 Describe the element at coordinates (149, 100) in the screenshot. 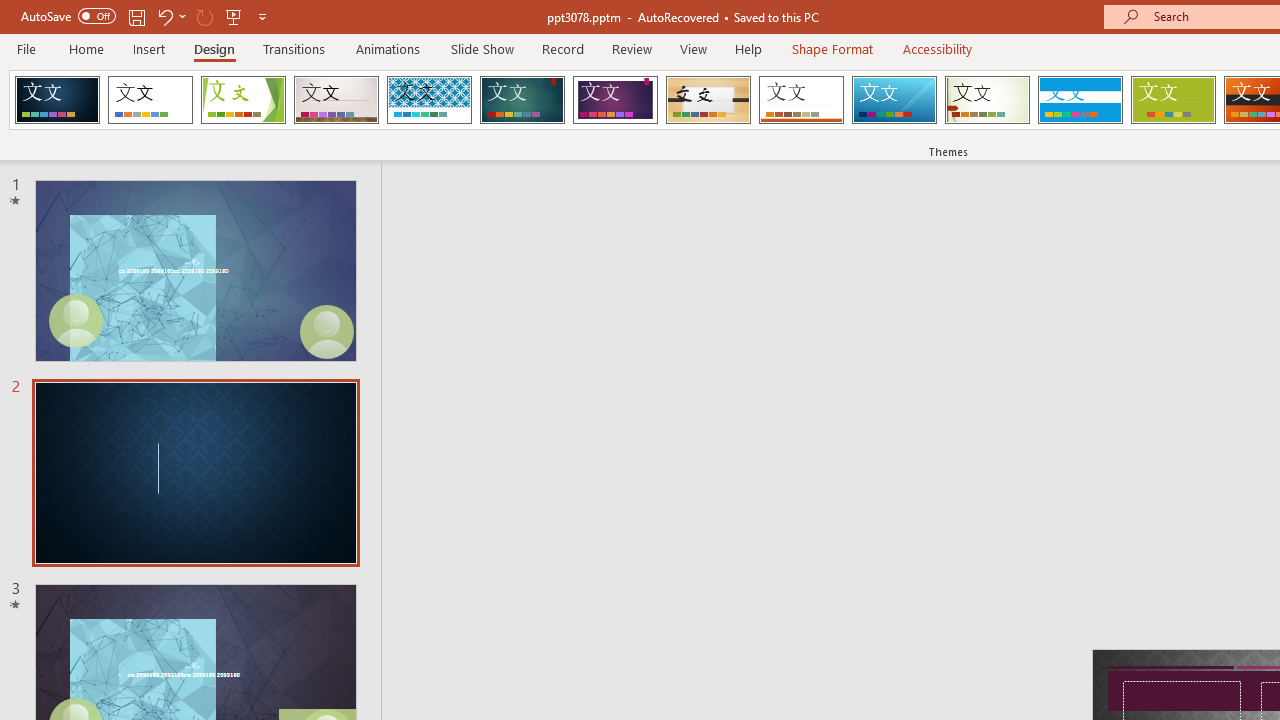

I see `'Office Theme'` at that location.